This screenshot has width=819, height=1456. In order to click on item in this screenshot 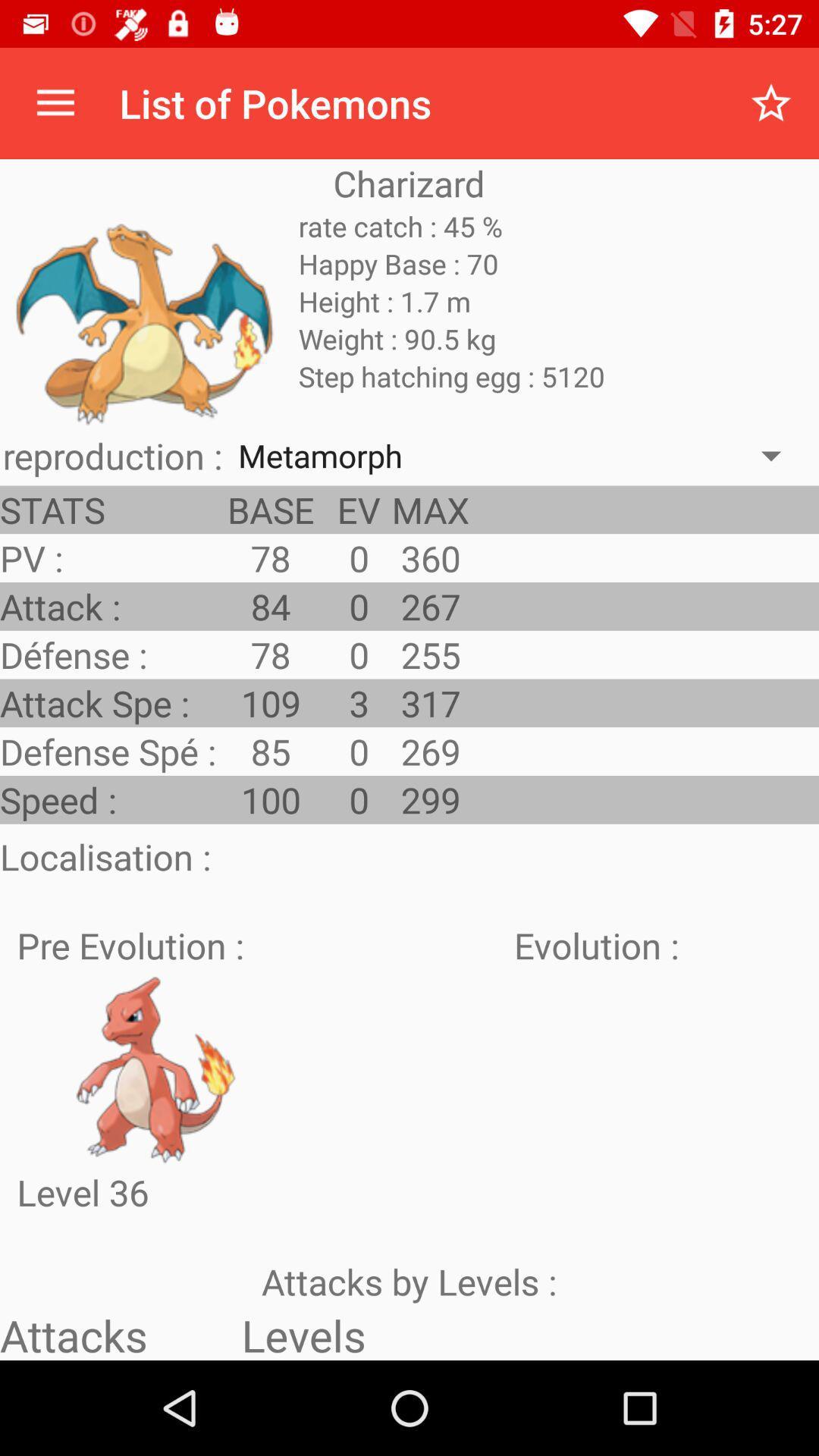, I will do `click(155, 1068)`.